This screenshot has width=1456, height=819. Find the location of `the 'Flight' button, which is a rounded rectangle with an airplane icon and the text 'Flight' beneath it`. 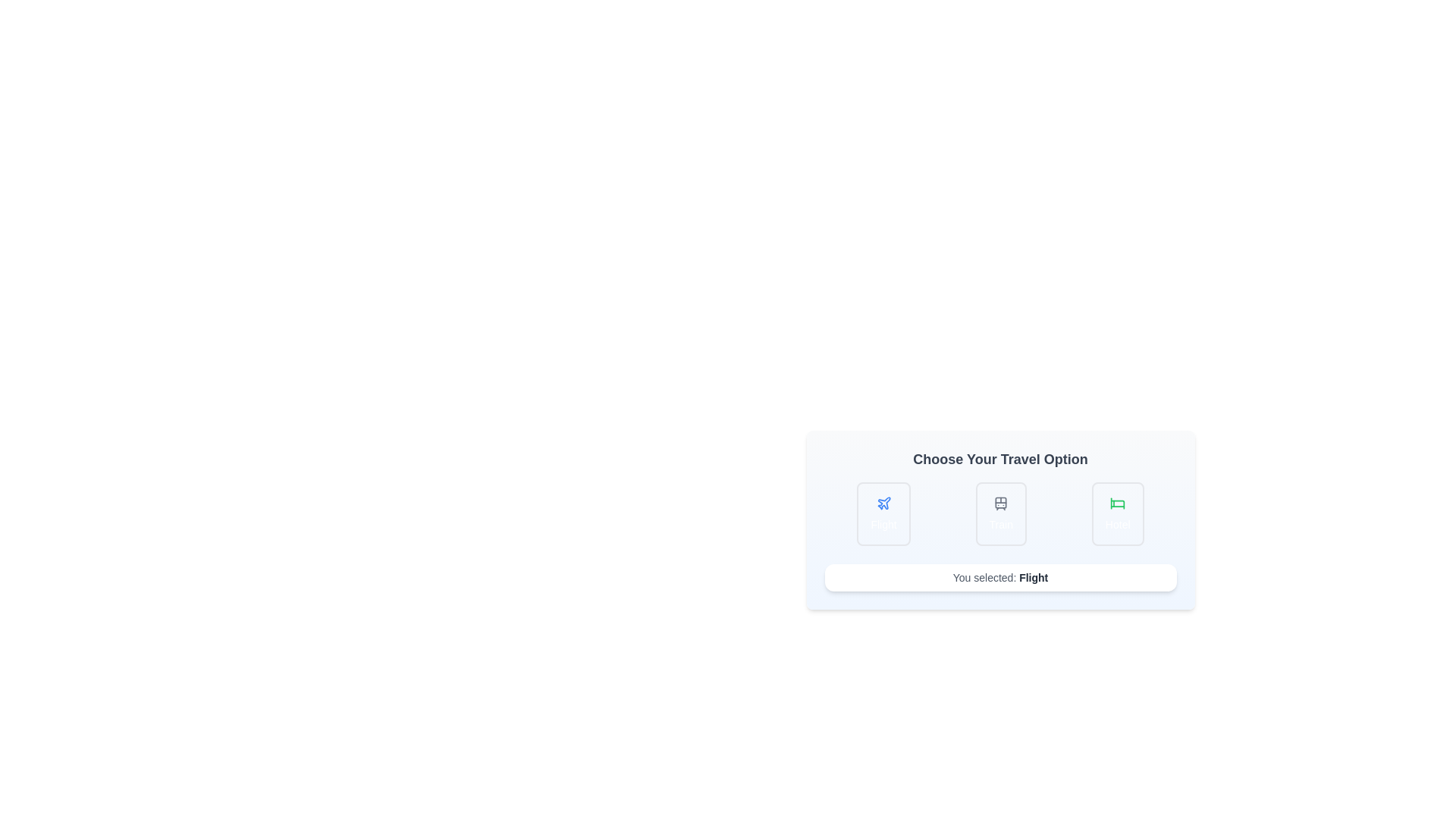

the 'Flight' button, which is a rounded rectangle with an airplane icon and the text 'Flight' beneath it is located at coordinates (883, 513).